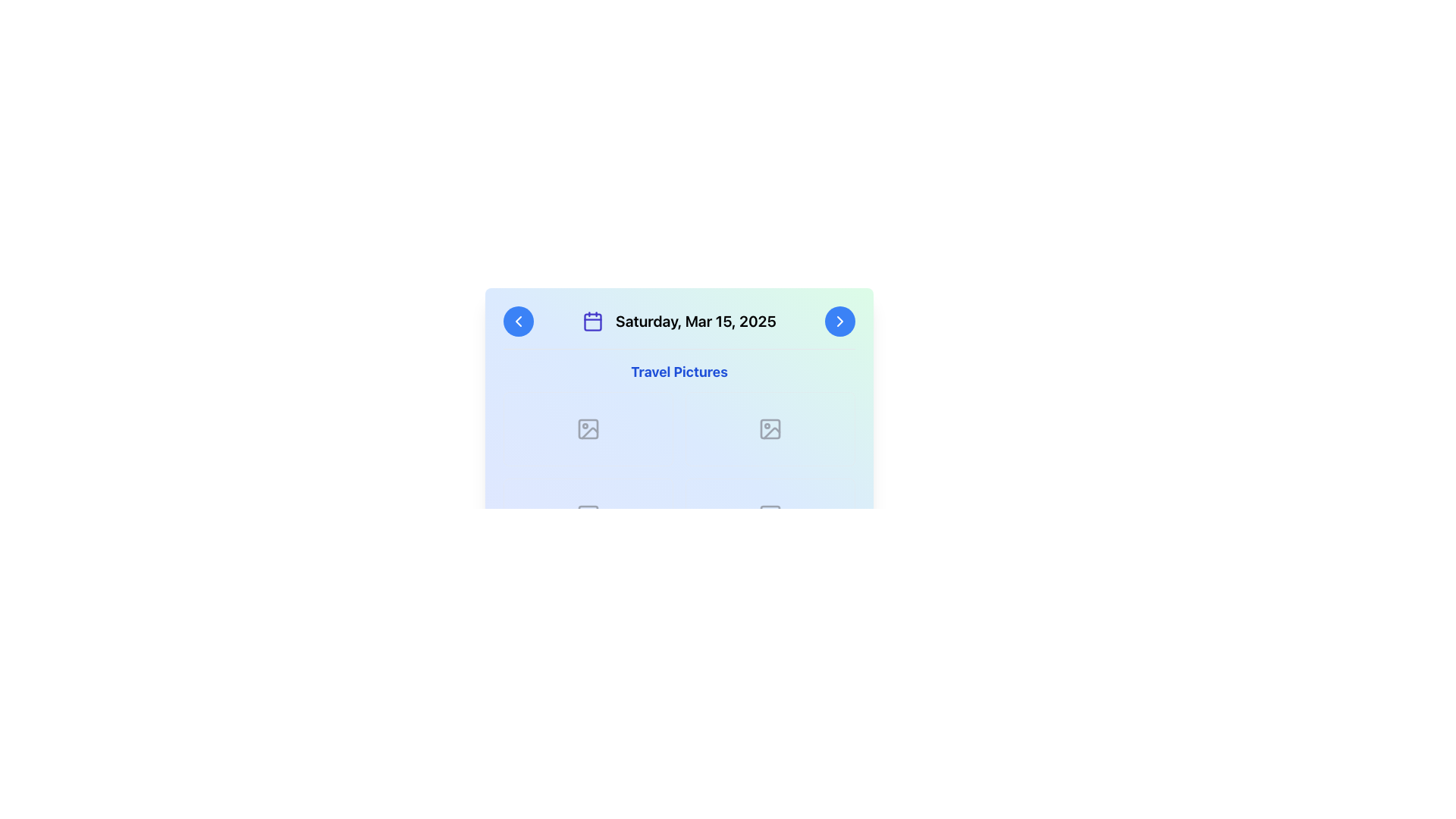 Image resolution: width=1456 pixels, height=819 pixels. What do you see at coordinates (519, 321) in the screenshot?
I see `the circular blue button with a white left arrow located at the top-left corner of the horizontal bar displaying the date 'Saturday, Mar 15, 2025'` at bounding box center [519, 321].